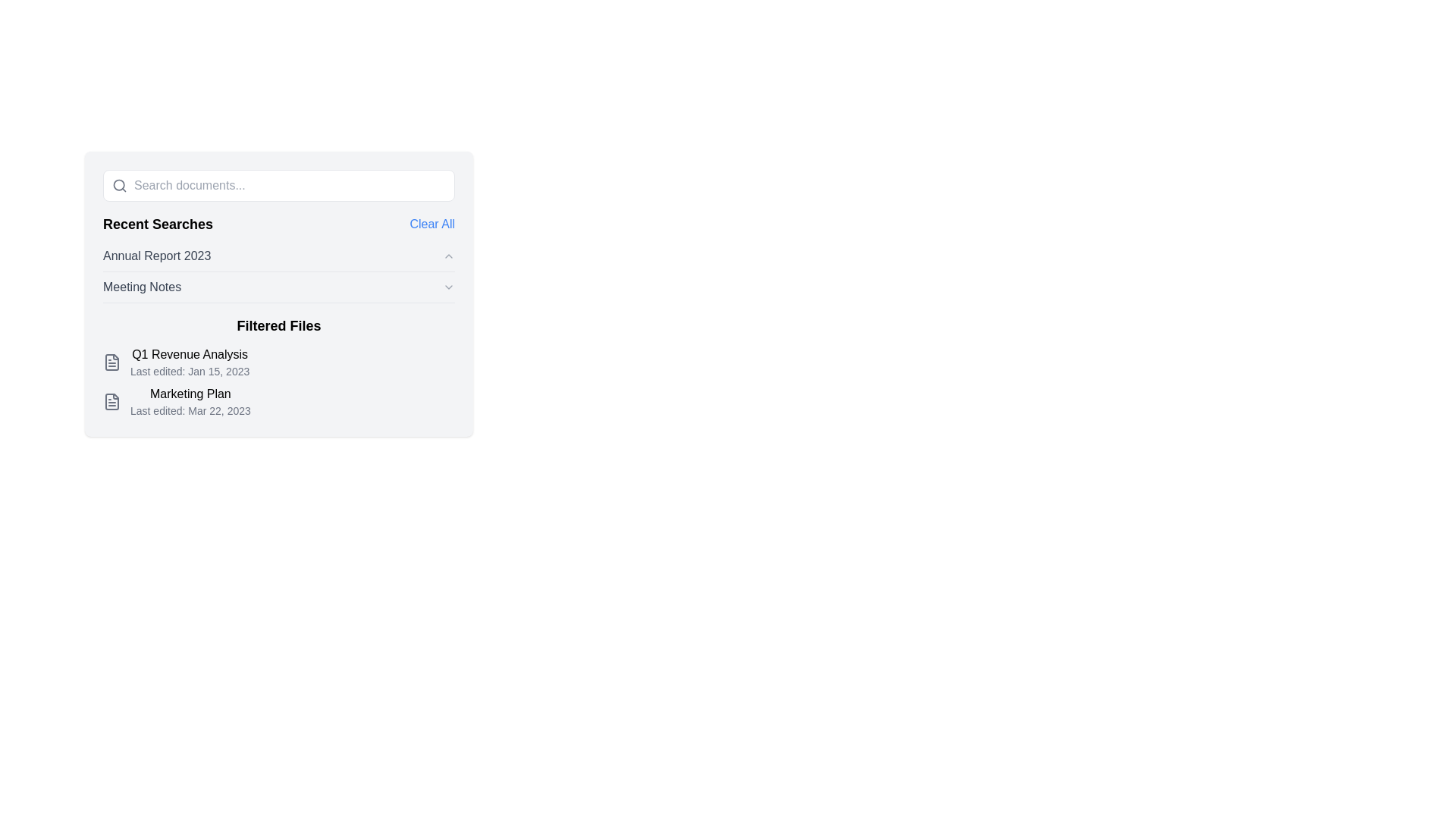  Describe the element at coordinates (279, 362) in the screenshot. I see `the File summary row displaying 'Q1 Revenue Analysis'` at that location.